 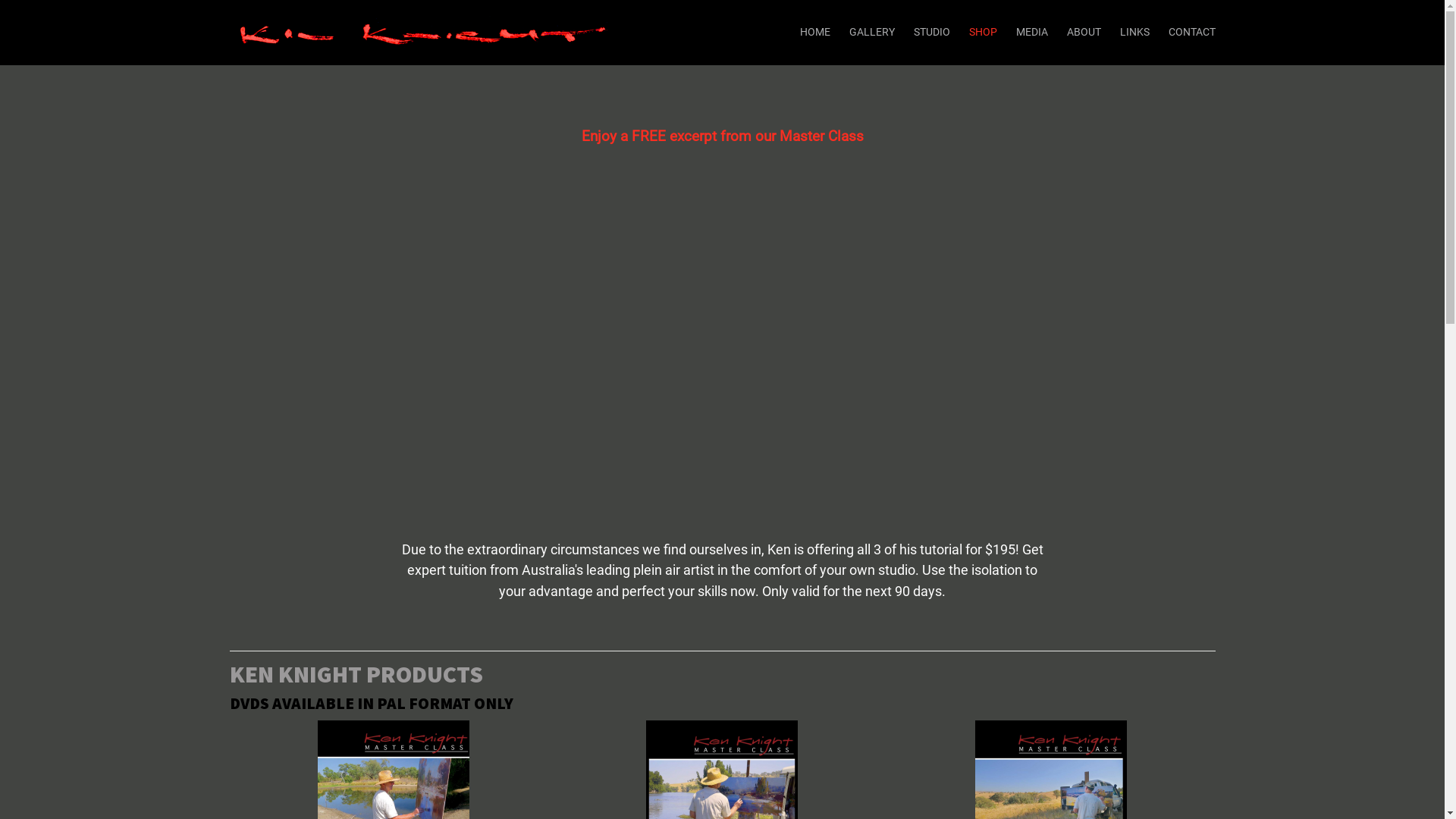 What do you see at coordinates (930, 32) in the screenshot?
I see `'STUDIO'` at bounding box center [930, 32].